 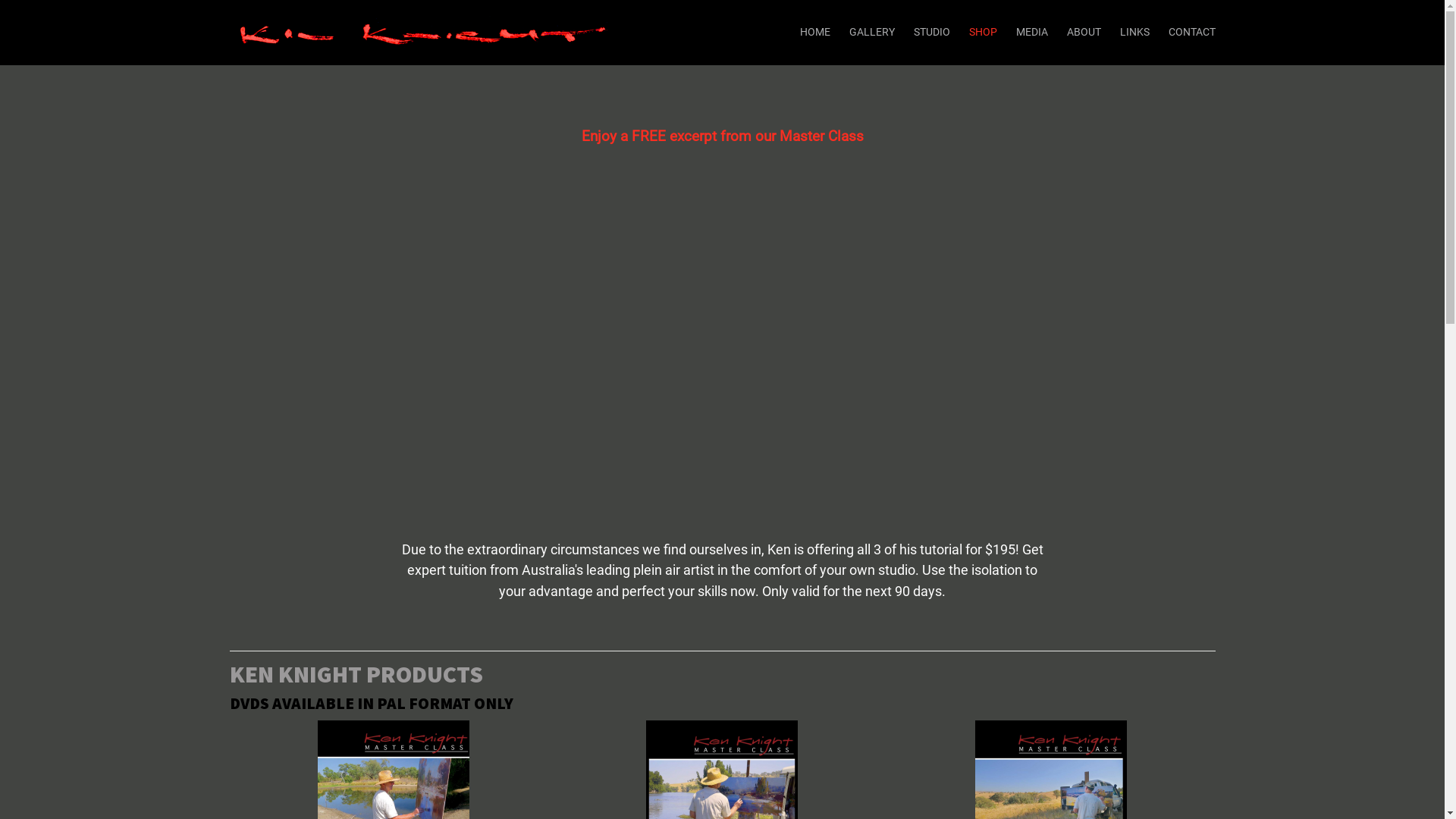 What do you see at coordinates (930, 32) in the screenshot?
I see `'STUDIO'` at bounding box center [930, 32].